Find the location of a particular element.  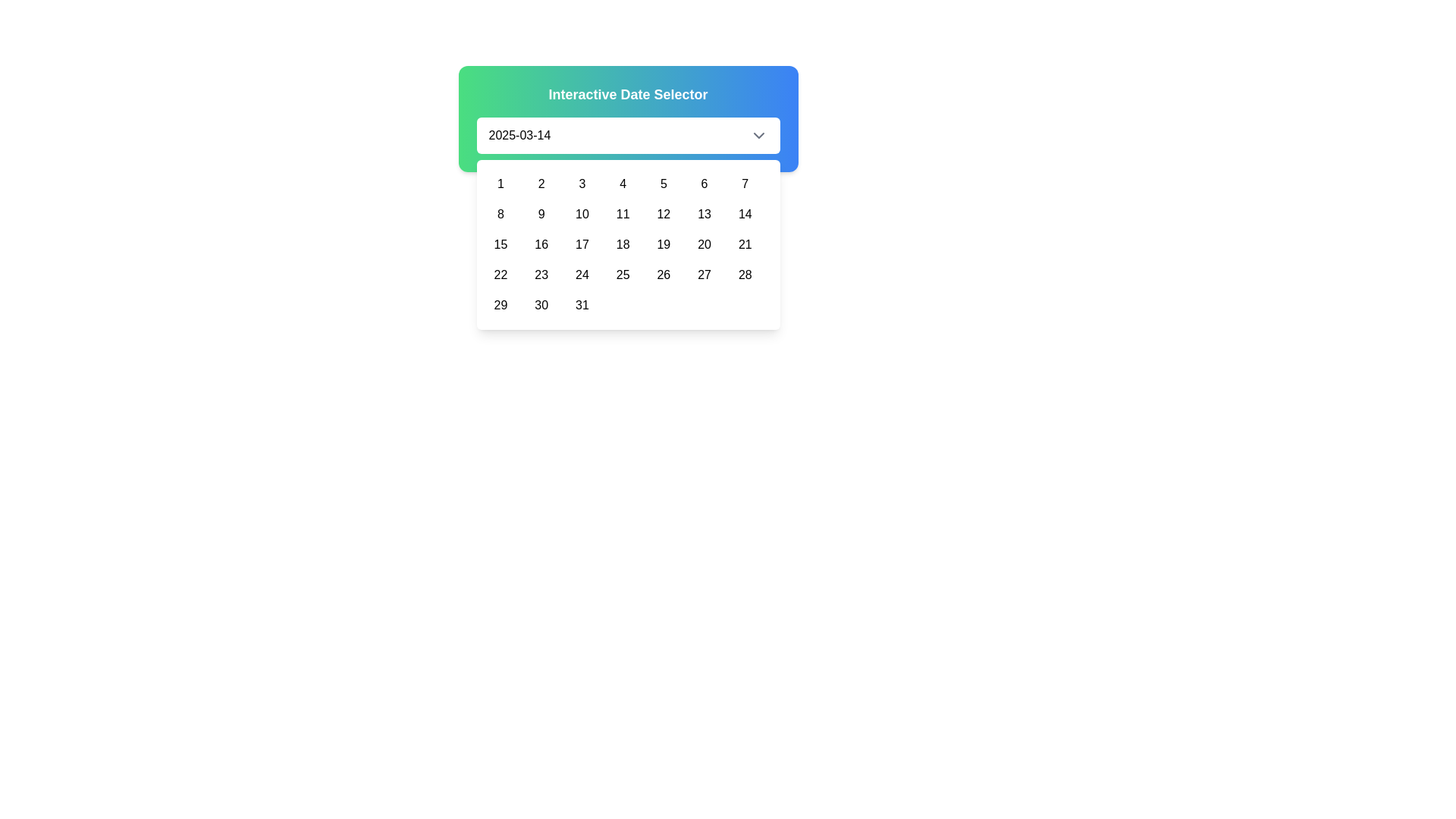

the button representing the date '16' in the date picker interface is located at coordinates (541, 244).